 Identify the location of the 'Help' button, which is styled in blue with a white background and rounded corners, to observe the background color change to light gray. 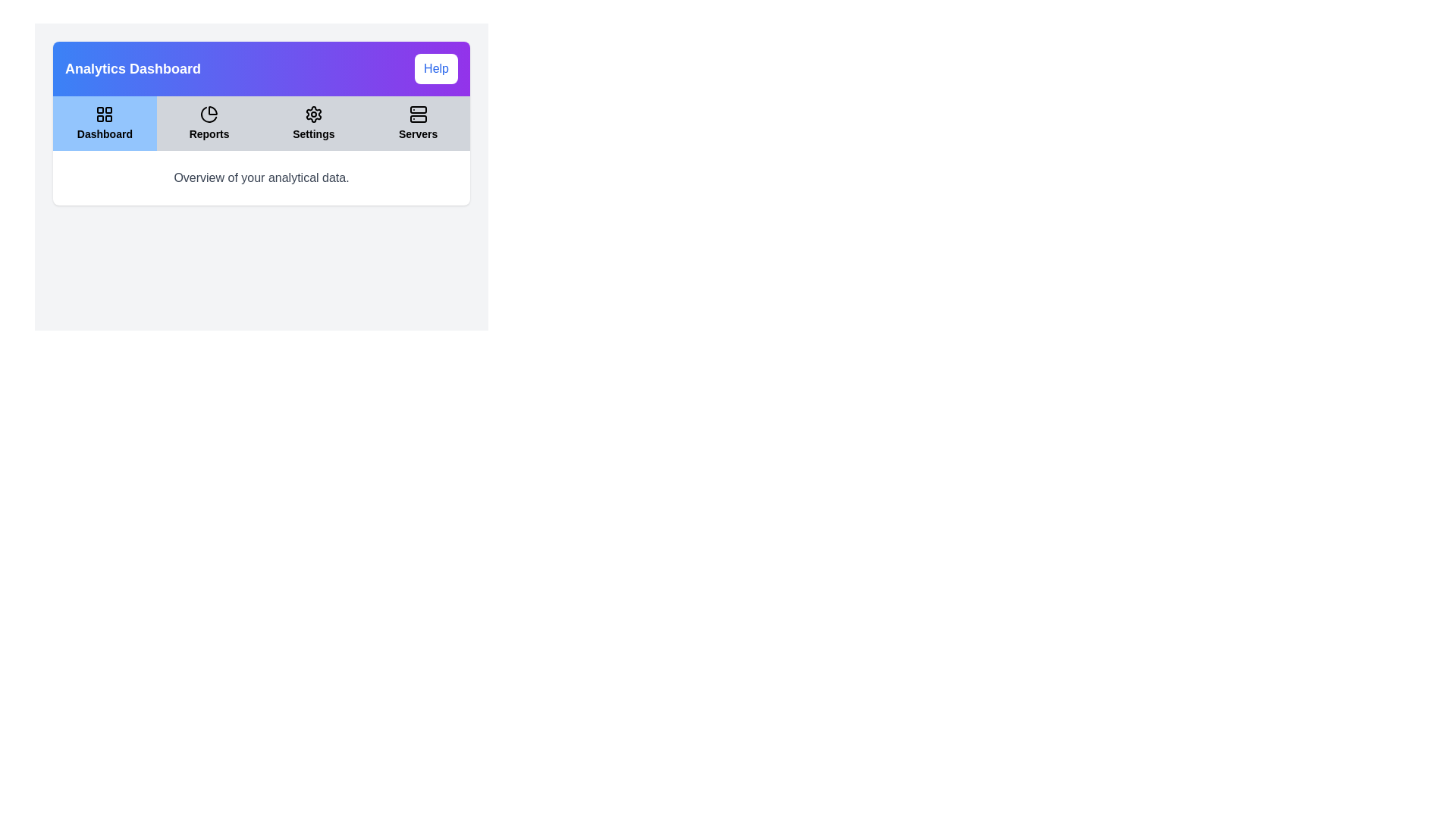
(435, 69).